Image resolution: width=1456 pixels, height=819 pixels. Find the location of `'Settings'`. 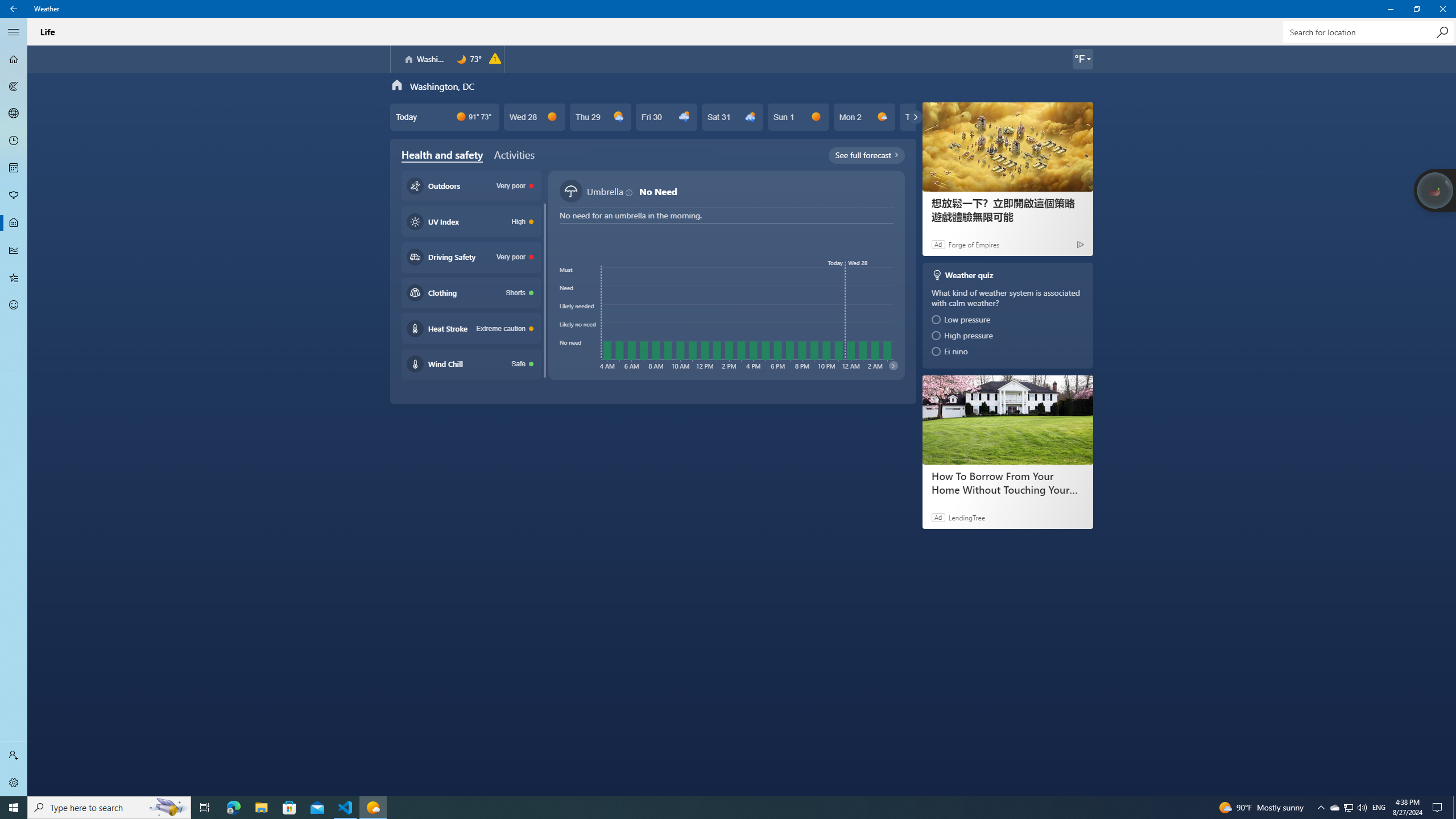

'Settings' is located at coordinates (14, 781).